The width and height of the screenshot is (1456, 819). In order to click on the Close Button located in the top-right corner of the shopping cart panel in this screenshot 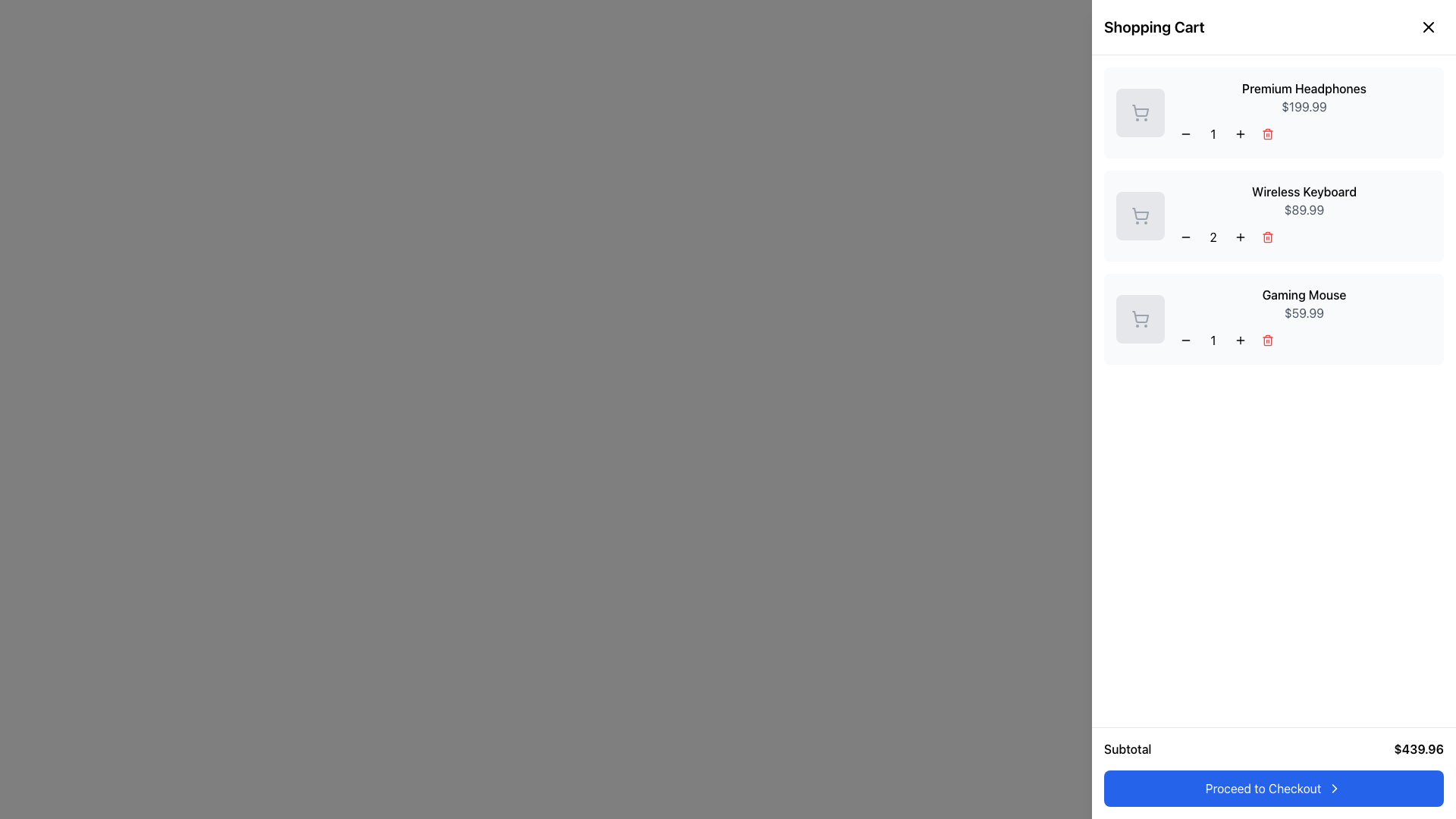, I will do `click(1427, 27)`.